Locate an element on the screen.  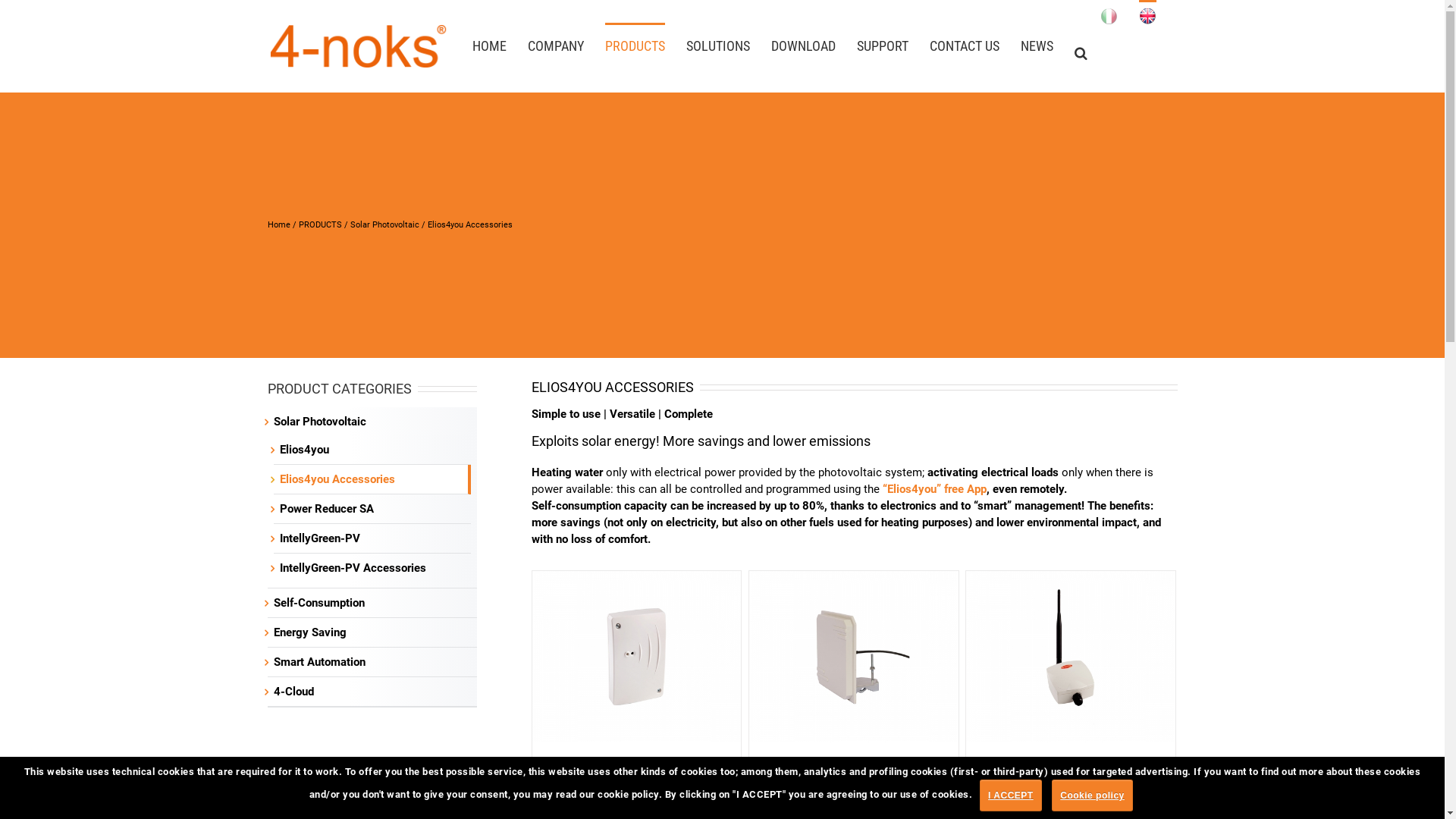
'Power Reducer SA' is located at coordinates (325, 509).